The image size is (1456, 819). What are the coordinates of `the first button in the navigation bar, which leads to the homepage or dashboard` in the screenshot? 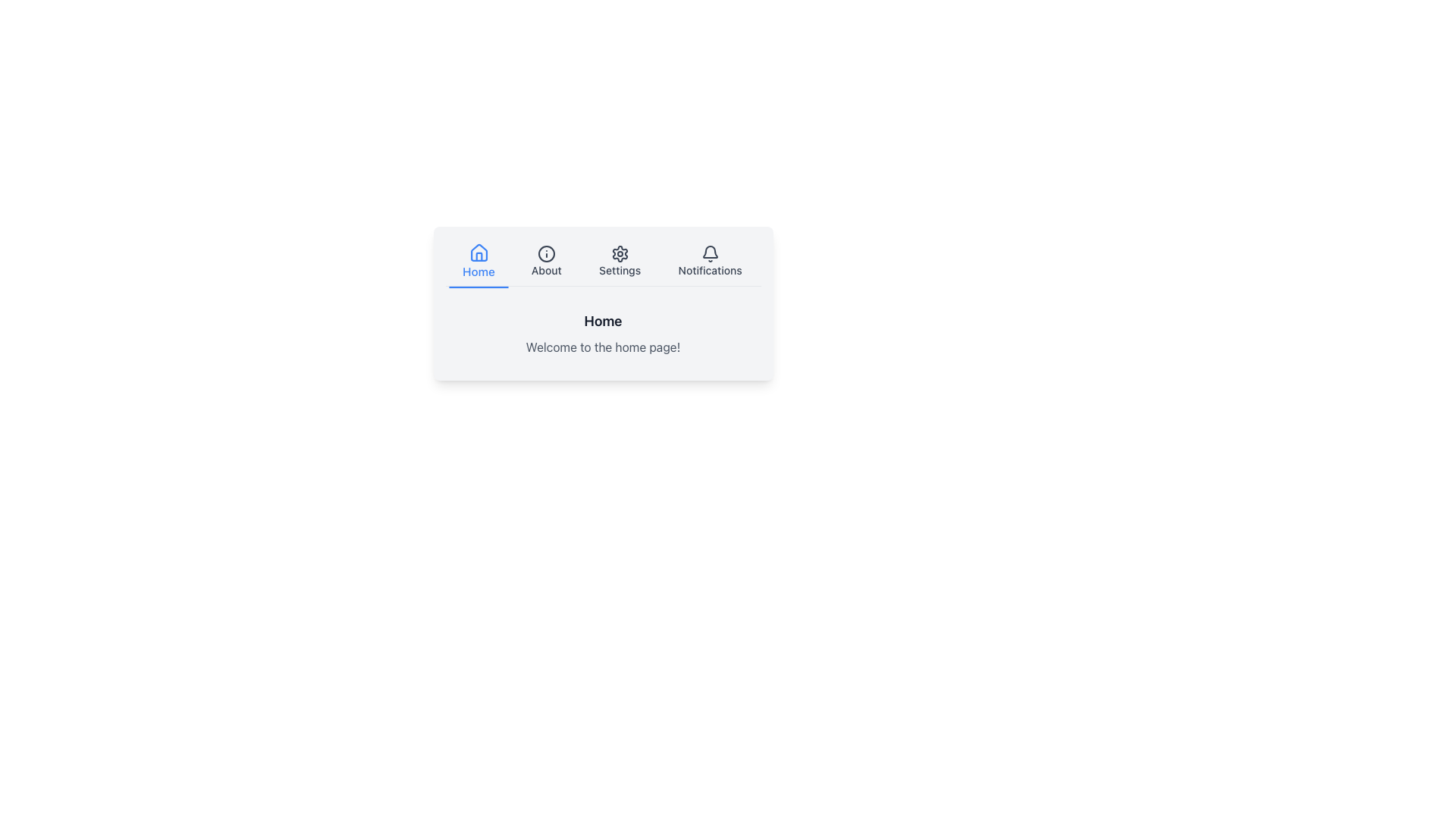 It's located at (478, 262).